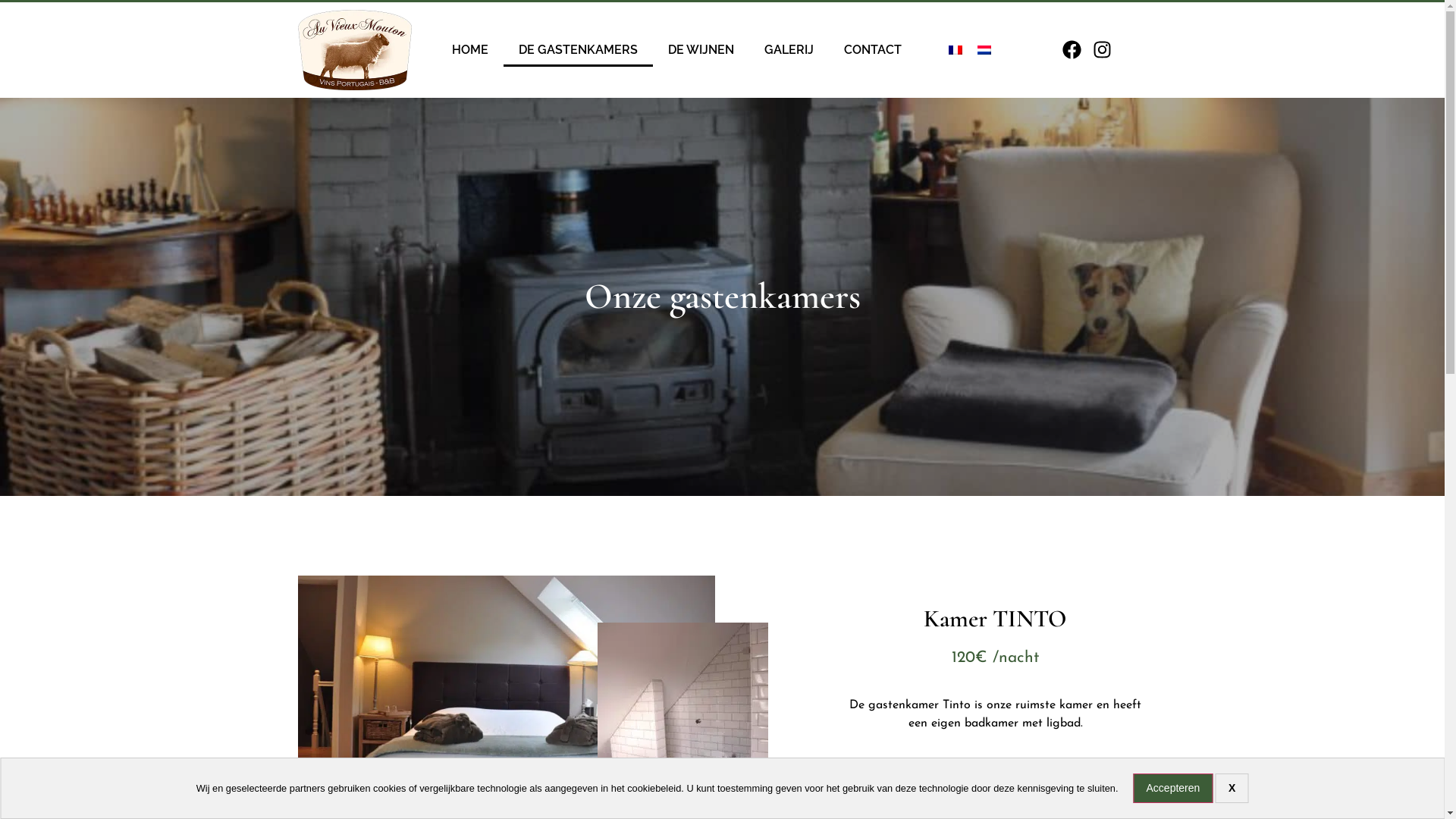 Image resolution: width=1456 pixels, height=819 pixels. Describe the element at coordinates (577, 49) in the screenshot. I see `'DE GASTENKAMERS'` at that location.